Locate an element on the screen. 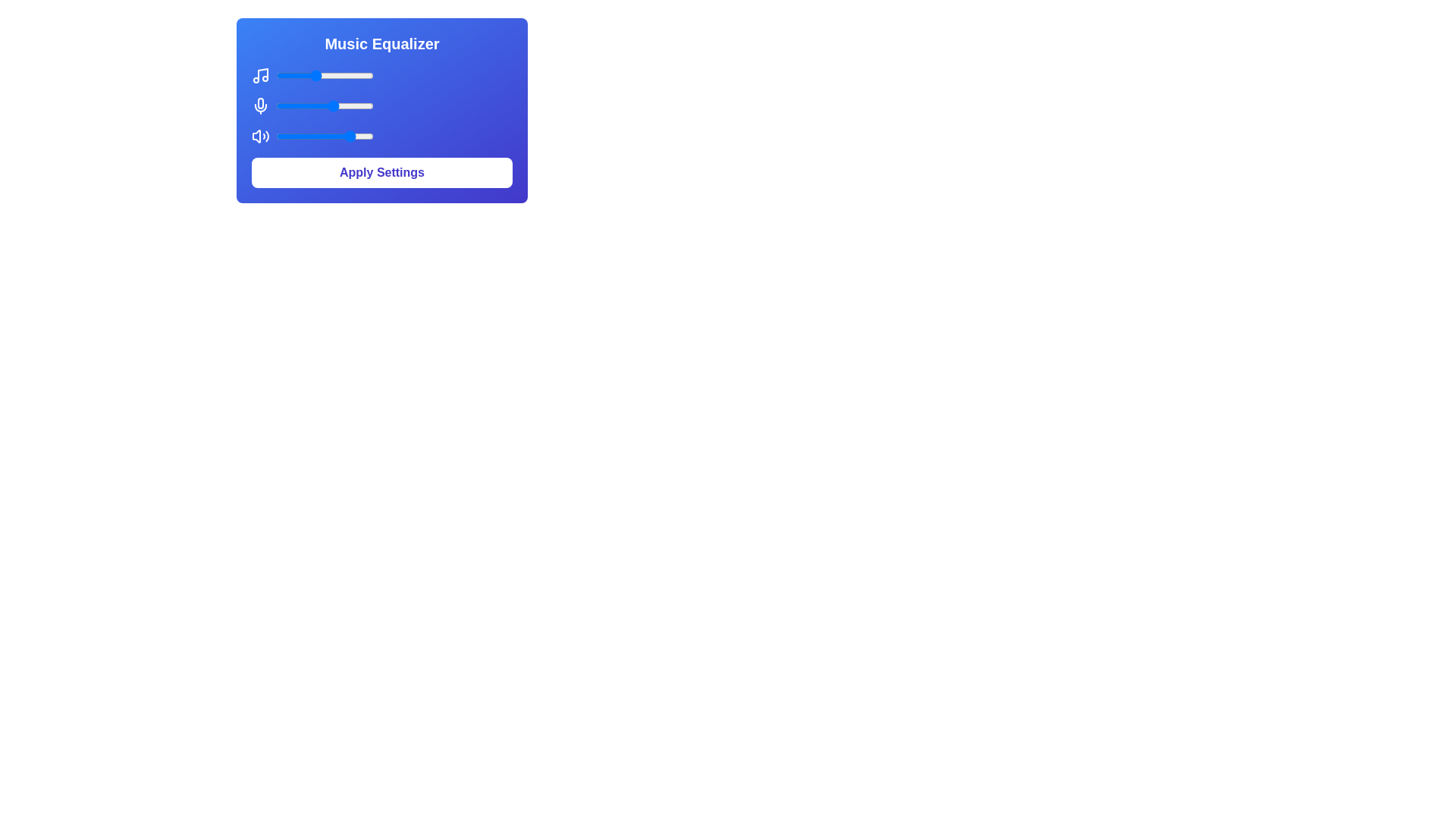 This screenshot has width=1456, height=819. the slider value is located at coordinates (338, 105).